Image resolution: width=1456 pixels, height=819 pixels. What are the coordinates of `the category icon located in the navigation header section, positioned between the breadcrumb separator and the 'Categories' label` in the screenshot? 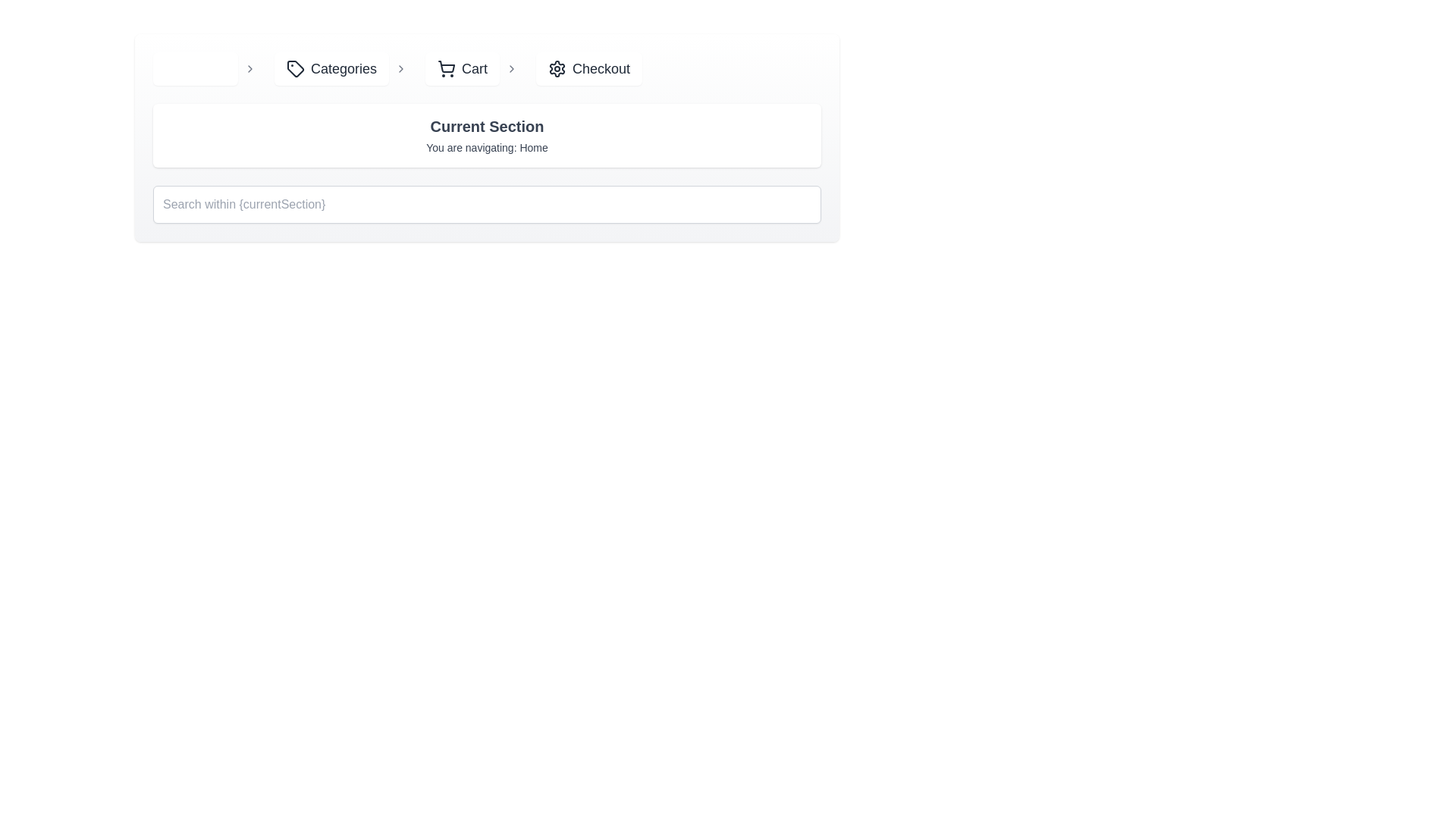 It's located at (295, 67).